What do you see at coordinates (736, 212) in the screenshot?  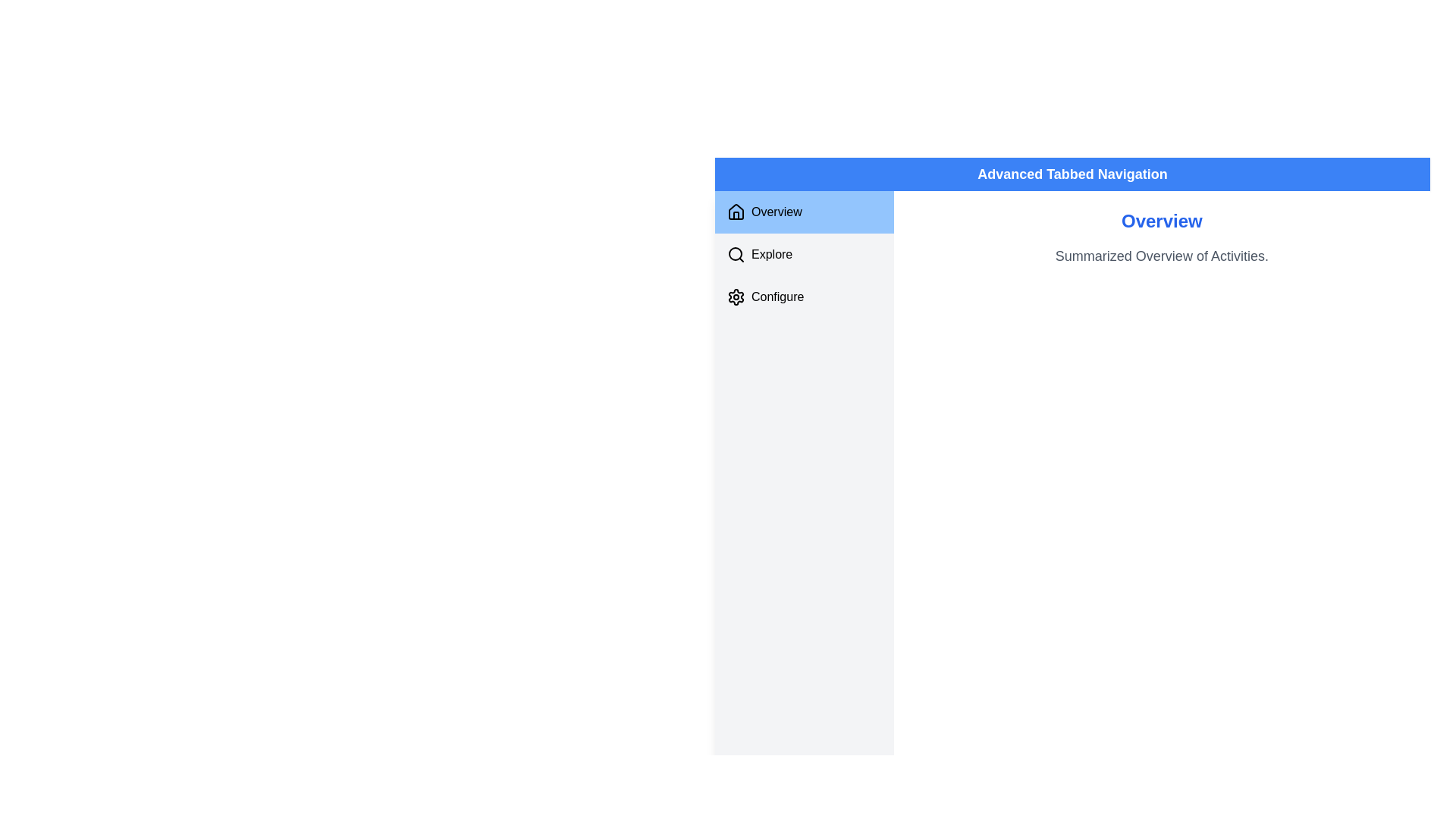 I see `the 'Overview' navigation icon located in the left panel of the interface, which serves as a visual indicator for the main dashboard view` at bounding box center [736, 212].